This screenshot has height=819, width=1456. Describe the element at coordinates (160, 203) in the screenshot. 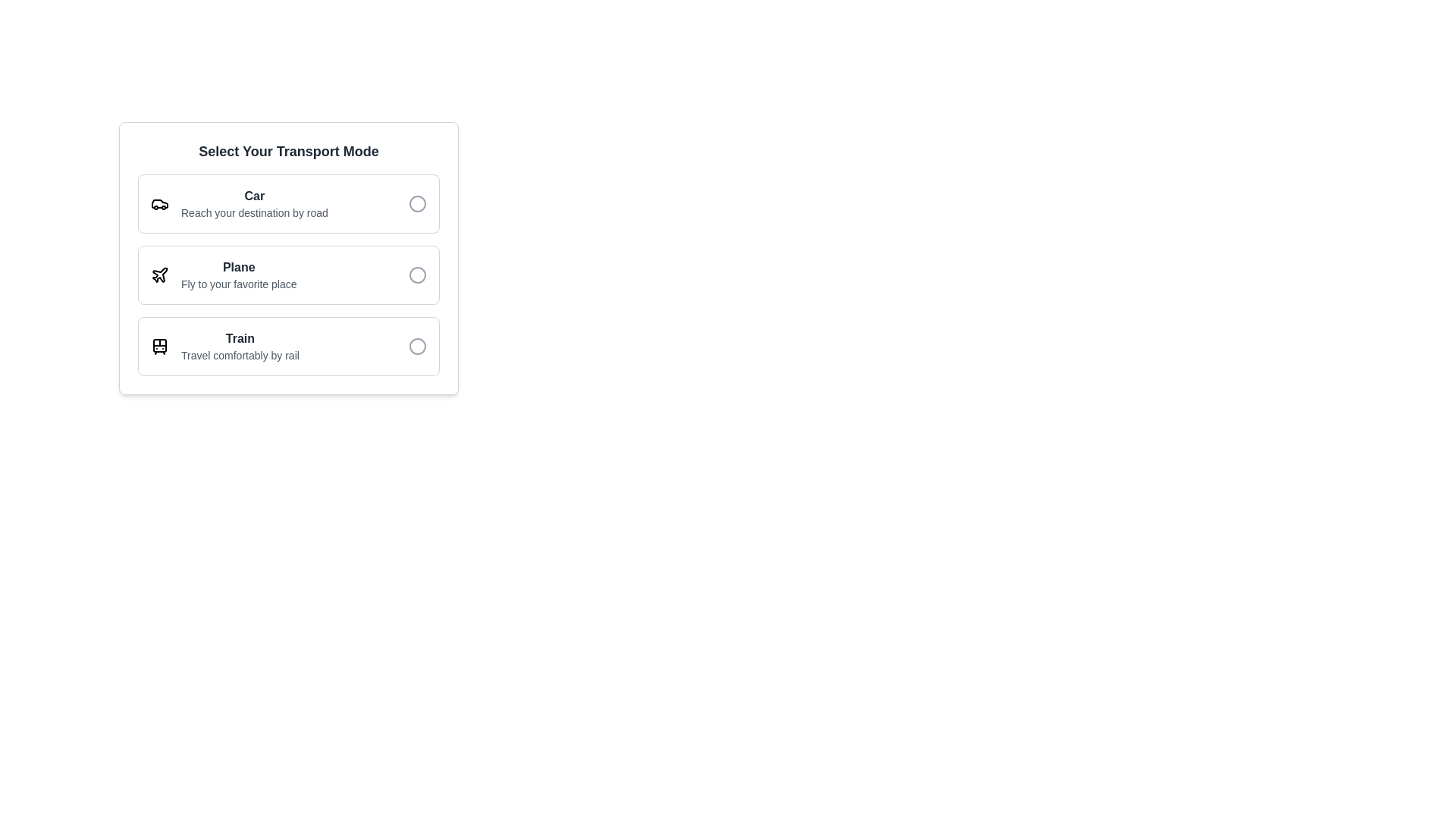

I see `the 'Car' transport mode icon` at that location.